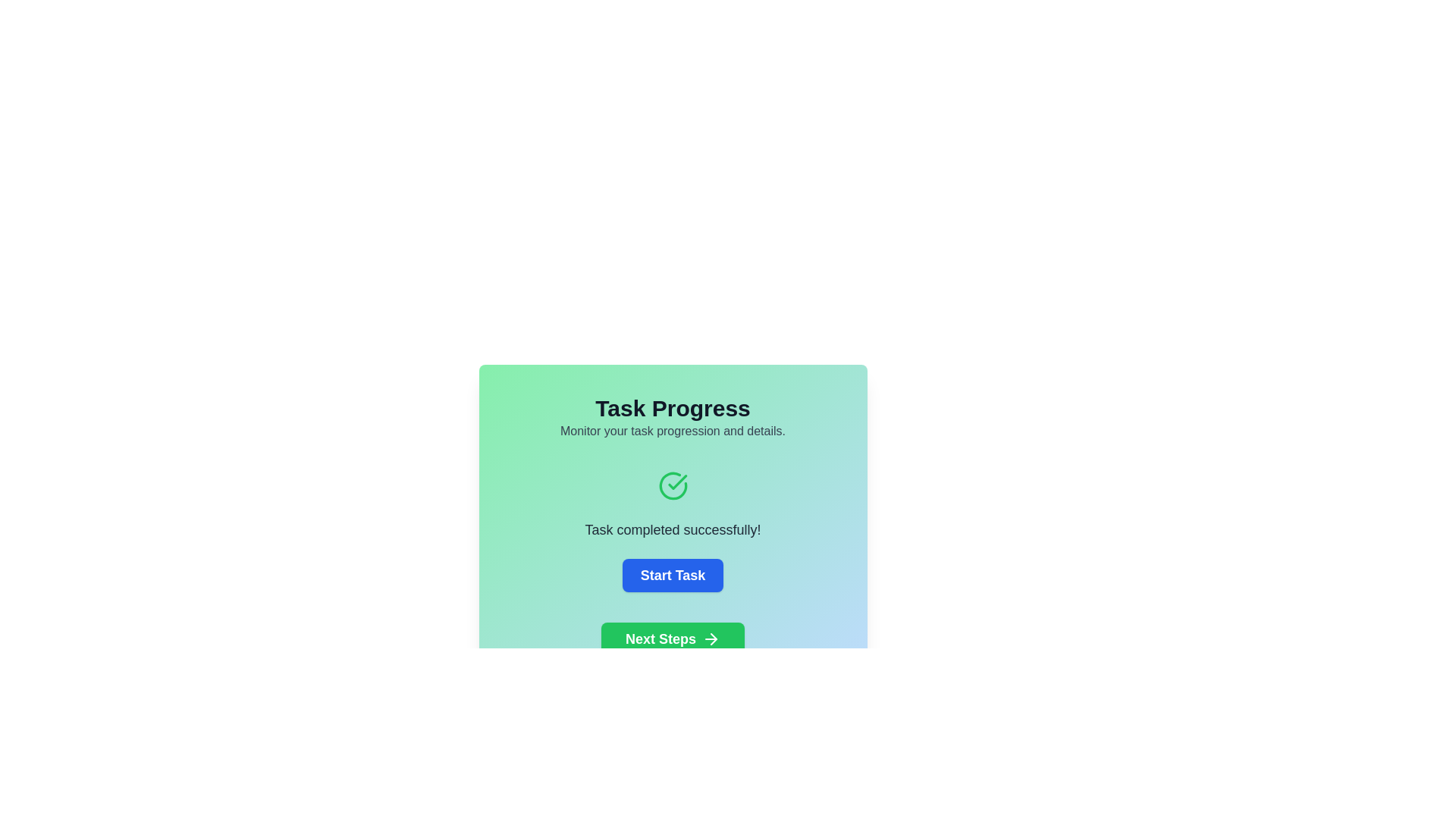  I want to click on the 'Next Steps' text label, so click(661, 639).